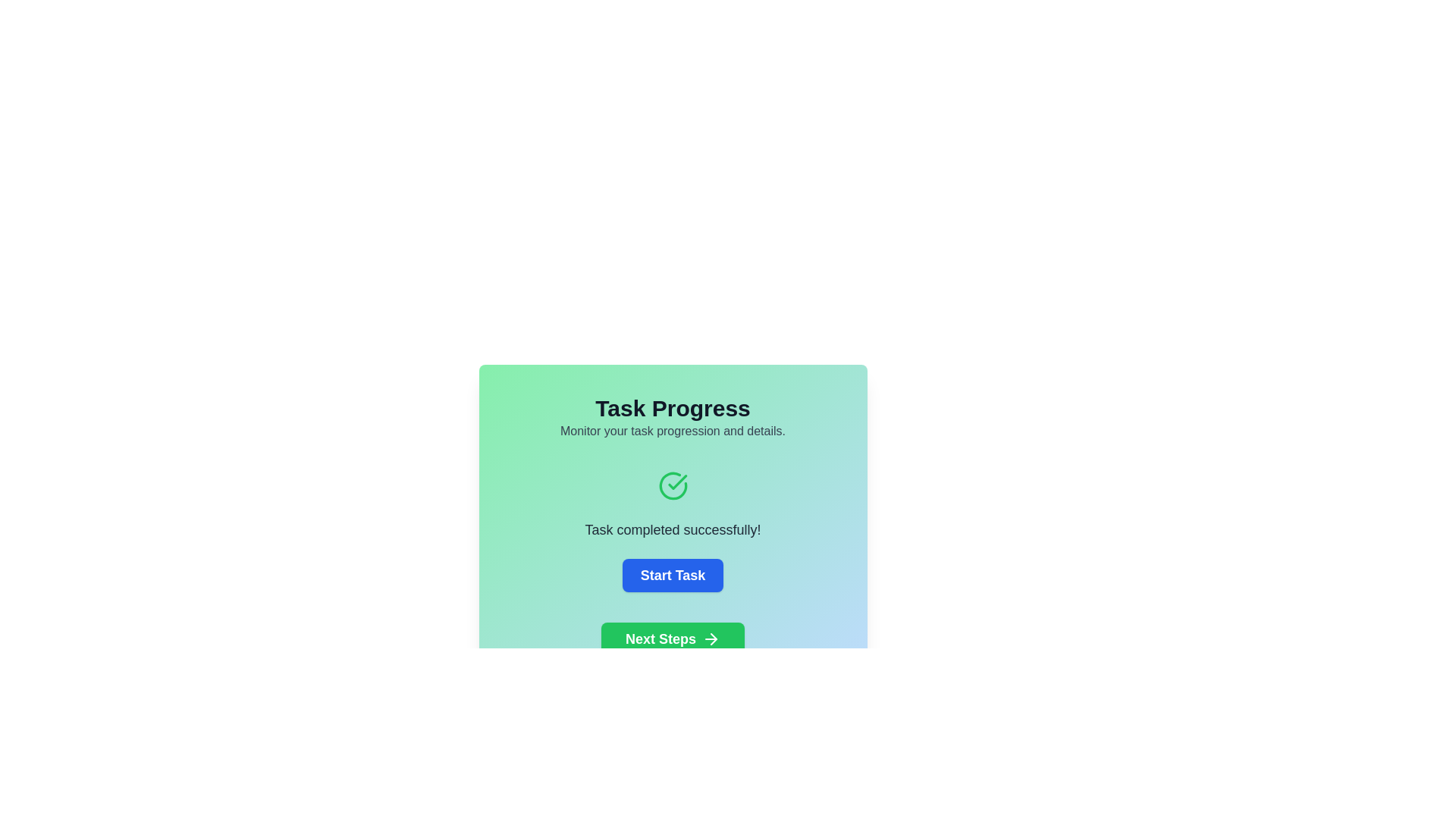  I want to click on the 'Next Steps' text label, so click(661, 639).